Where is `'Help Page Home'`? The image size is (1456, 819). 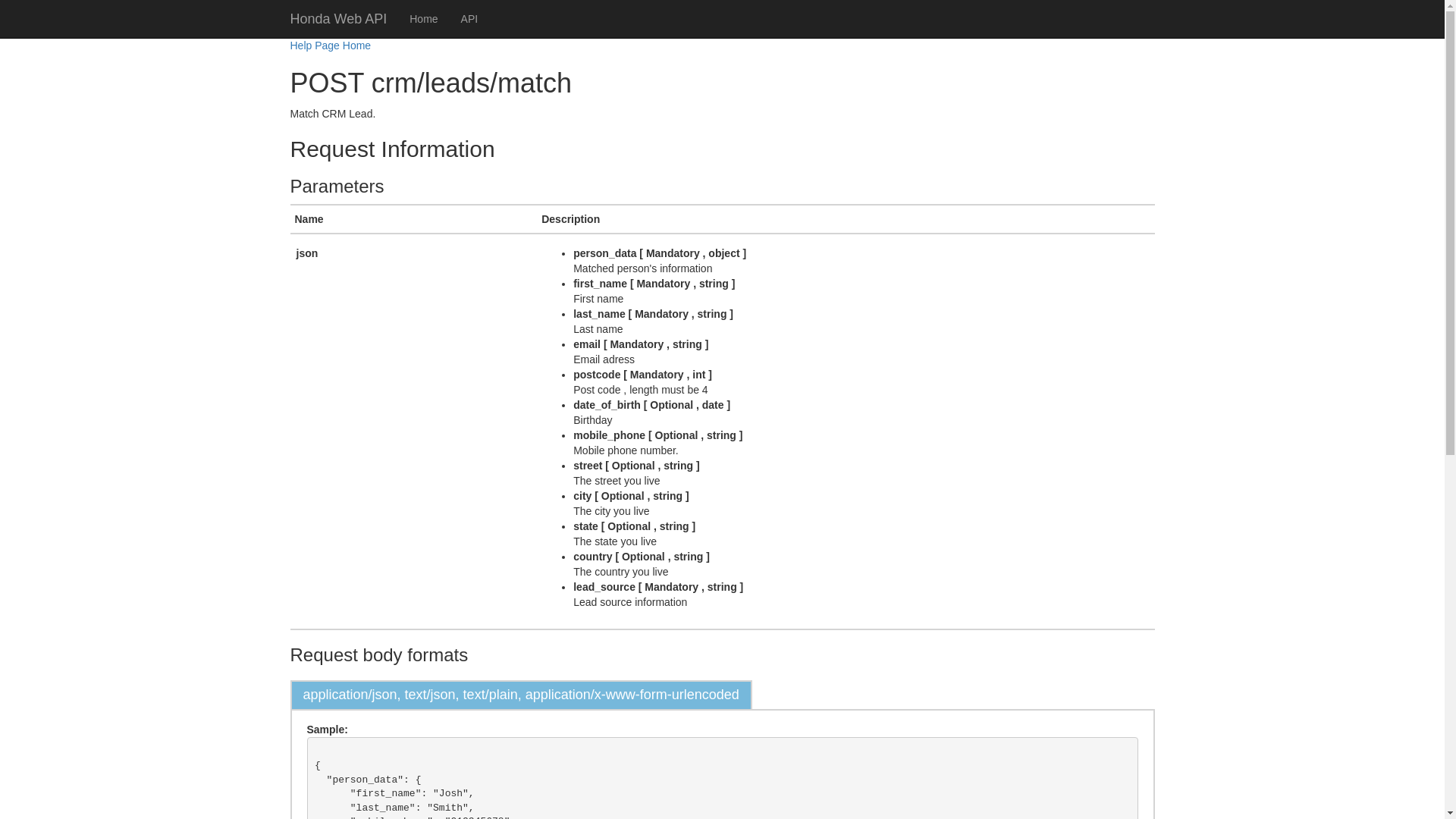
'Help Page Home' is located at coordinates (329, 45).